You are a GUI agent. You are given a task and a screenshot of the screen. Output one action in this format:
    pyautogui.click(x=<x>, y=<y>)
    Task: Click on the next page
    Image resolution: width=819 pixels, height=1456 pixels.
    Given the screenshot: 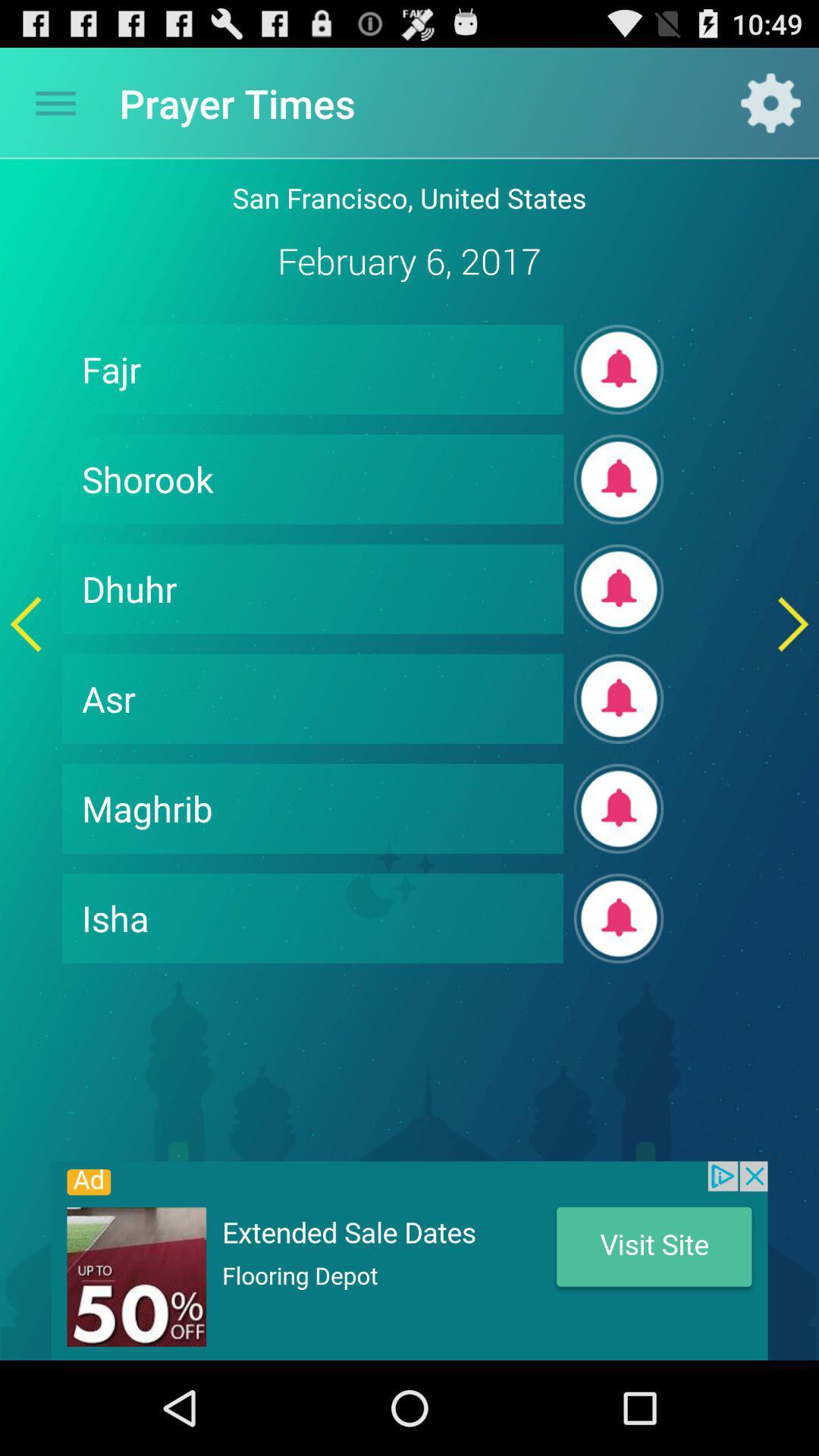 What is the action you would take?
    pyautogui.click(x=792, y=624)
    